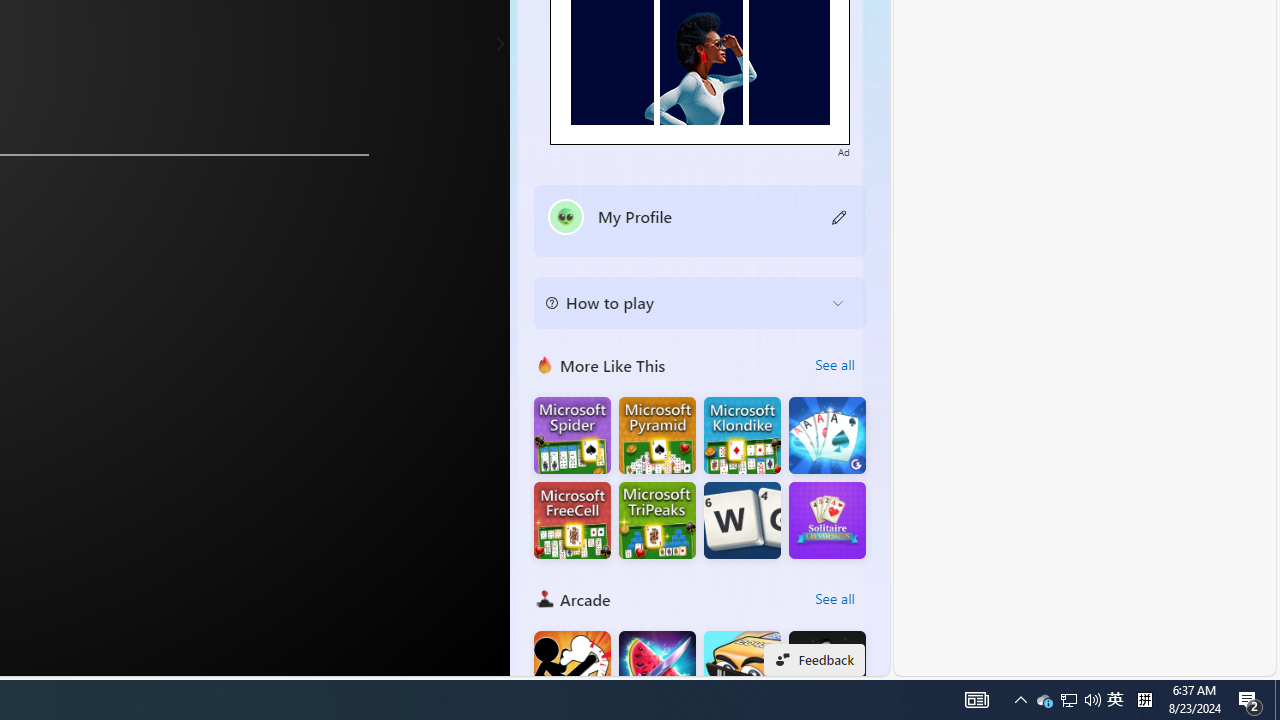 The image size is (1280, 720). Describe the element at coordinates (741, 519) in the screenshot. I see `'Microsoft Ultimate Word Games'` at that location.